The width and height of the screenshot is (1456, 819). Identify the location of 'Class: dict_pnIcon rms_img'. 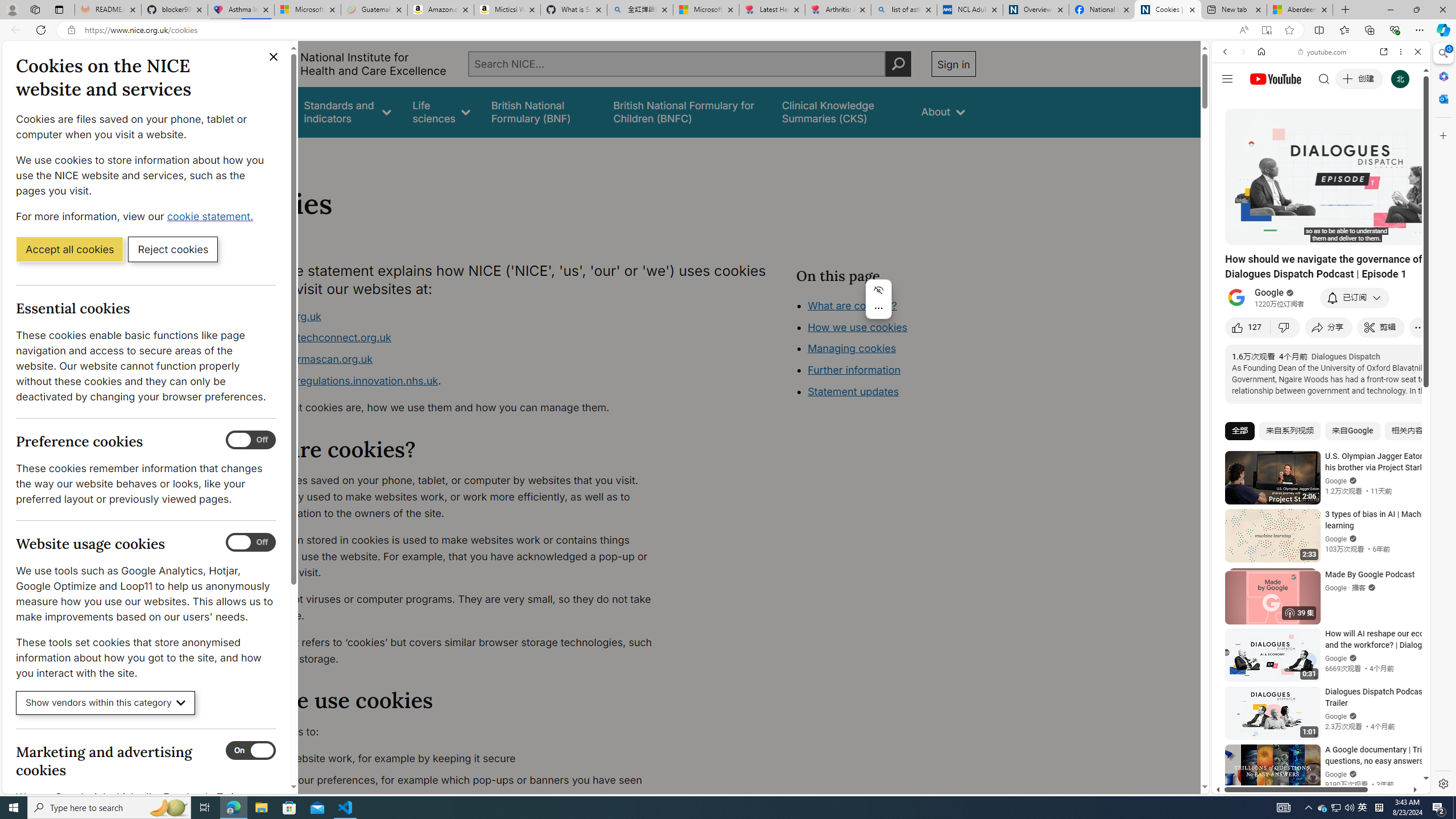
(1312, 784).